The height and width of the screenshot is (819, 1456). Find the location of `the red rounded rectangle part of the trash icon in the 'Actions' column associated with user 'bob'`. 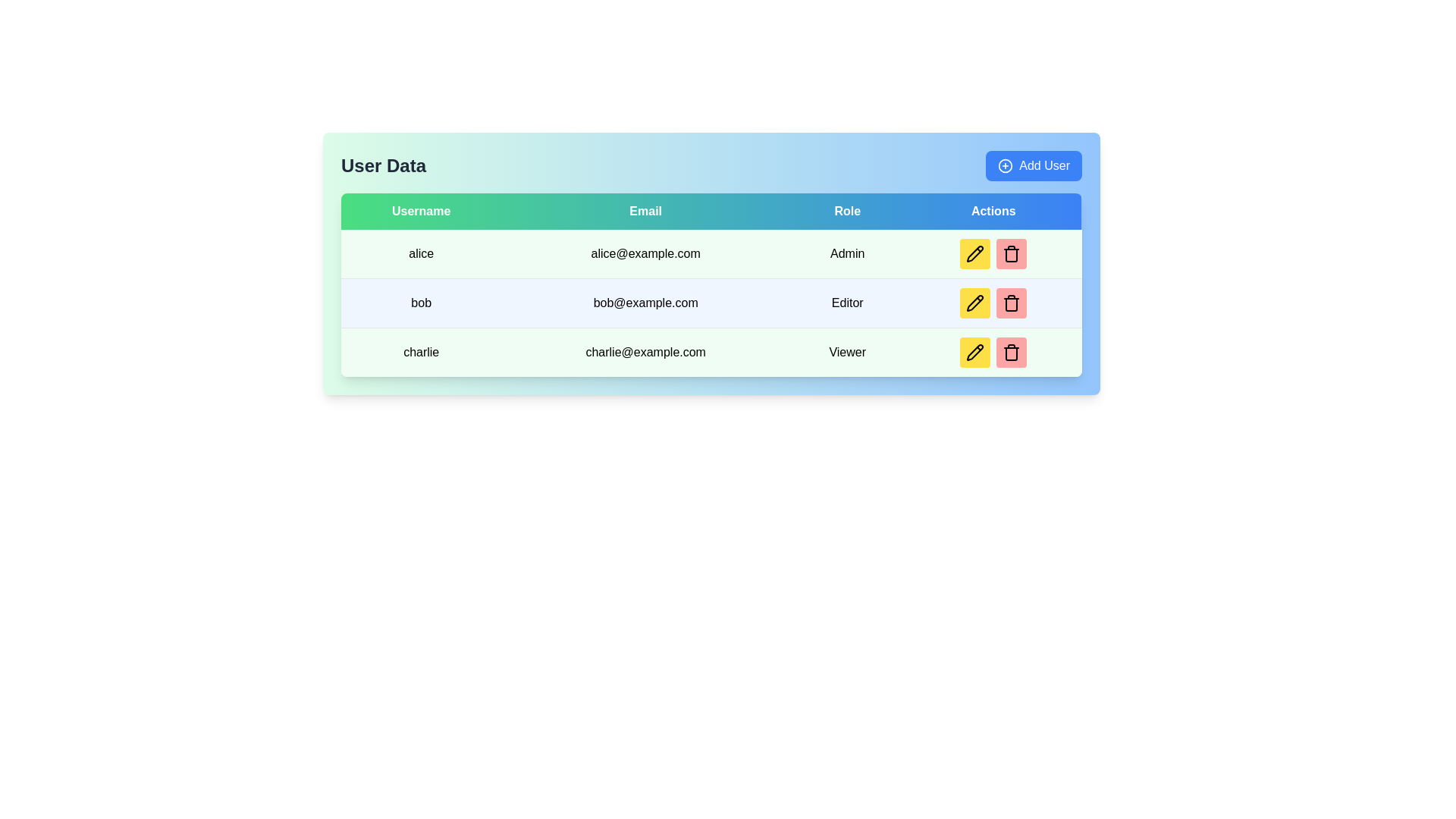

the red rounded rectangle part of the trash icon in the 'Actions' column associated with user 'bob' is located at coordinates (1012, 304).